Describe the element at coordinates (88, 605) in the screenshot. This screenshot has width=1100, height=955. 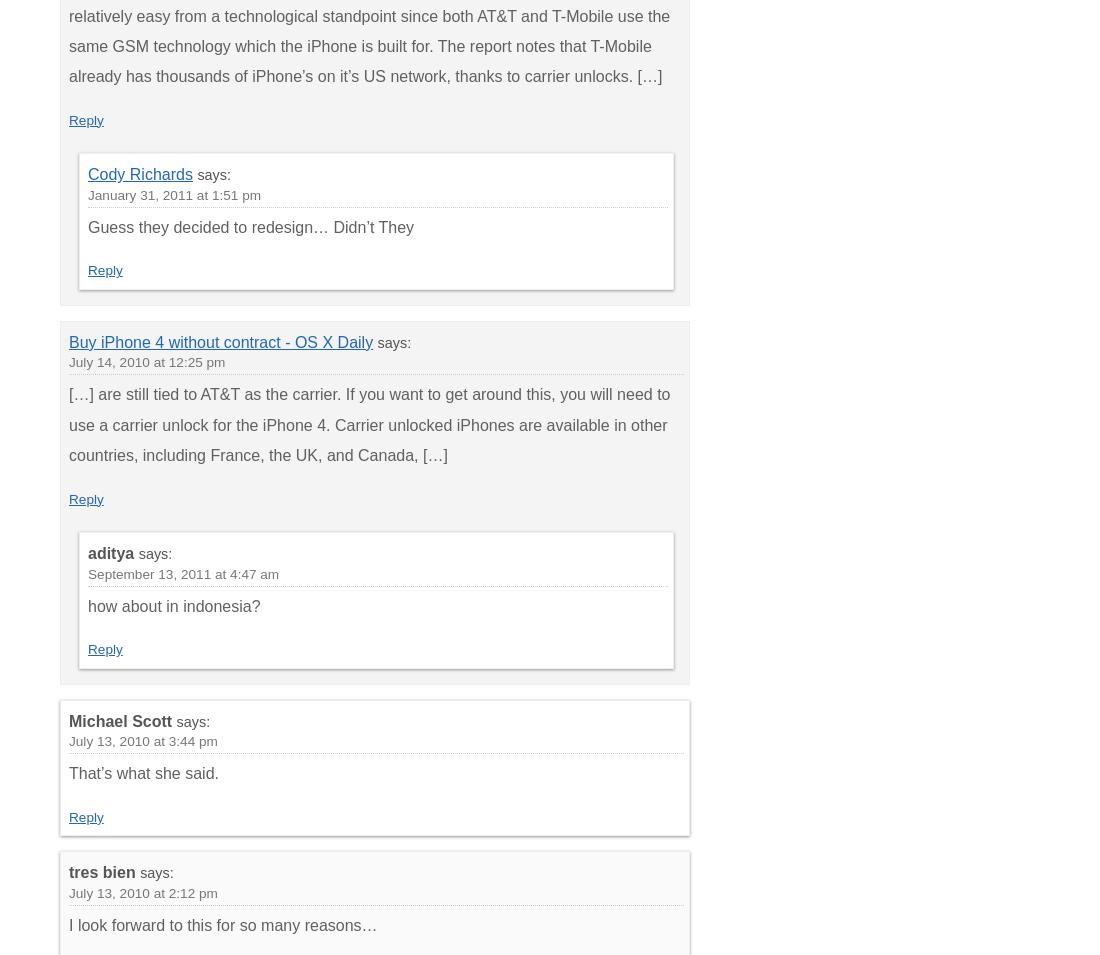
I see `'how about in indonesia?'` at that location.